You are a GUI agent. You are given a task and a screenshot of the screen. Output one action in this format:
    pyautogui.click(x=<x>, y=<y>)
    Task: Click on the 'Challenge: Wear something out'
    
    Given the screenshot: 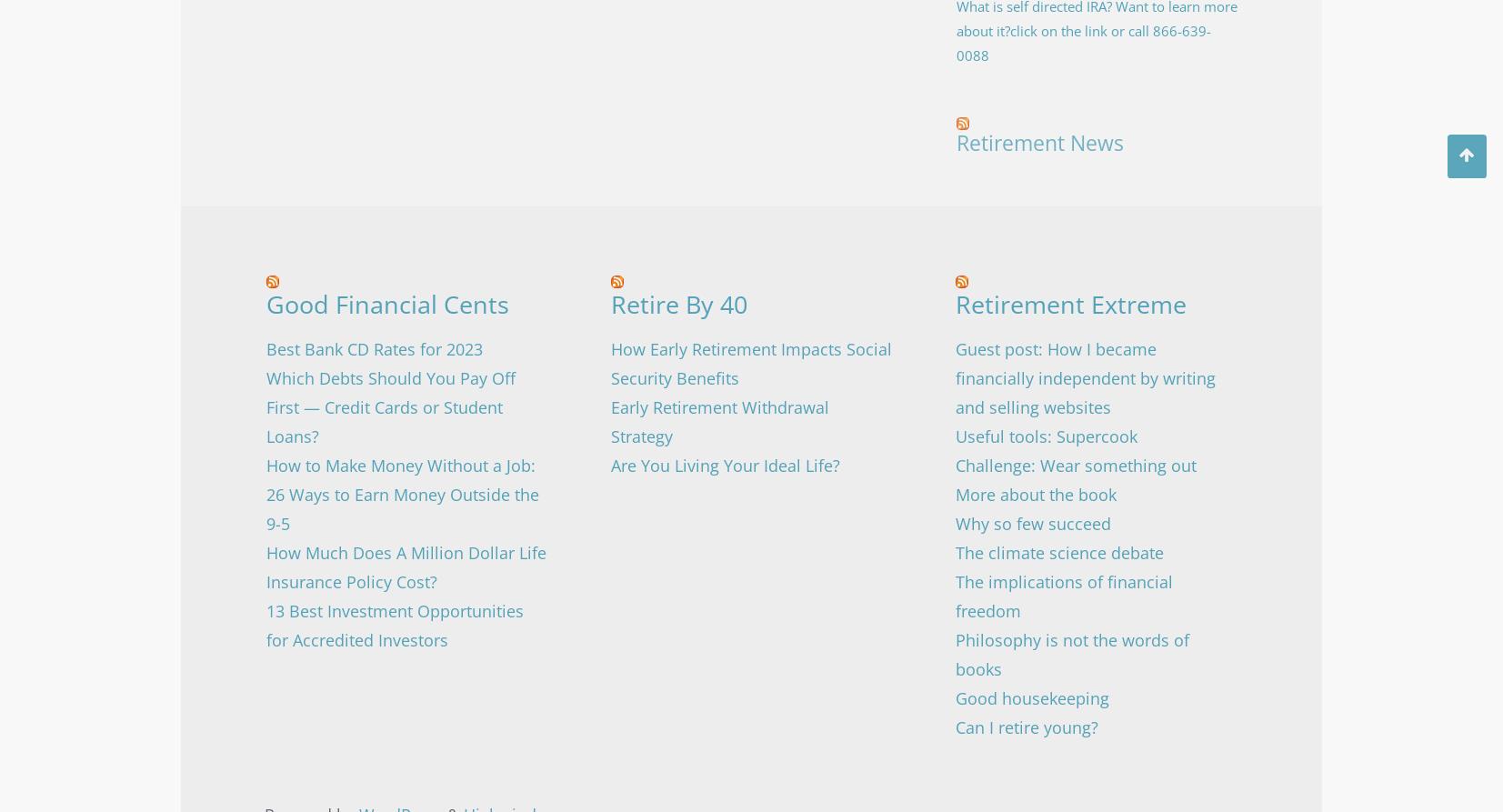 What is the action you would take?
    pyautogui.click(x=1075, y=464)
    